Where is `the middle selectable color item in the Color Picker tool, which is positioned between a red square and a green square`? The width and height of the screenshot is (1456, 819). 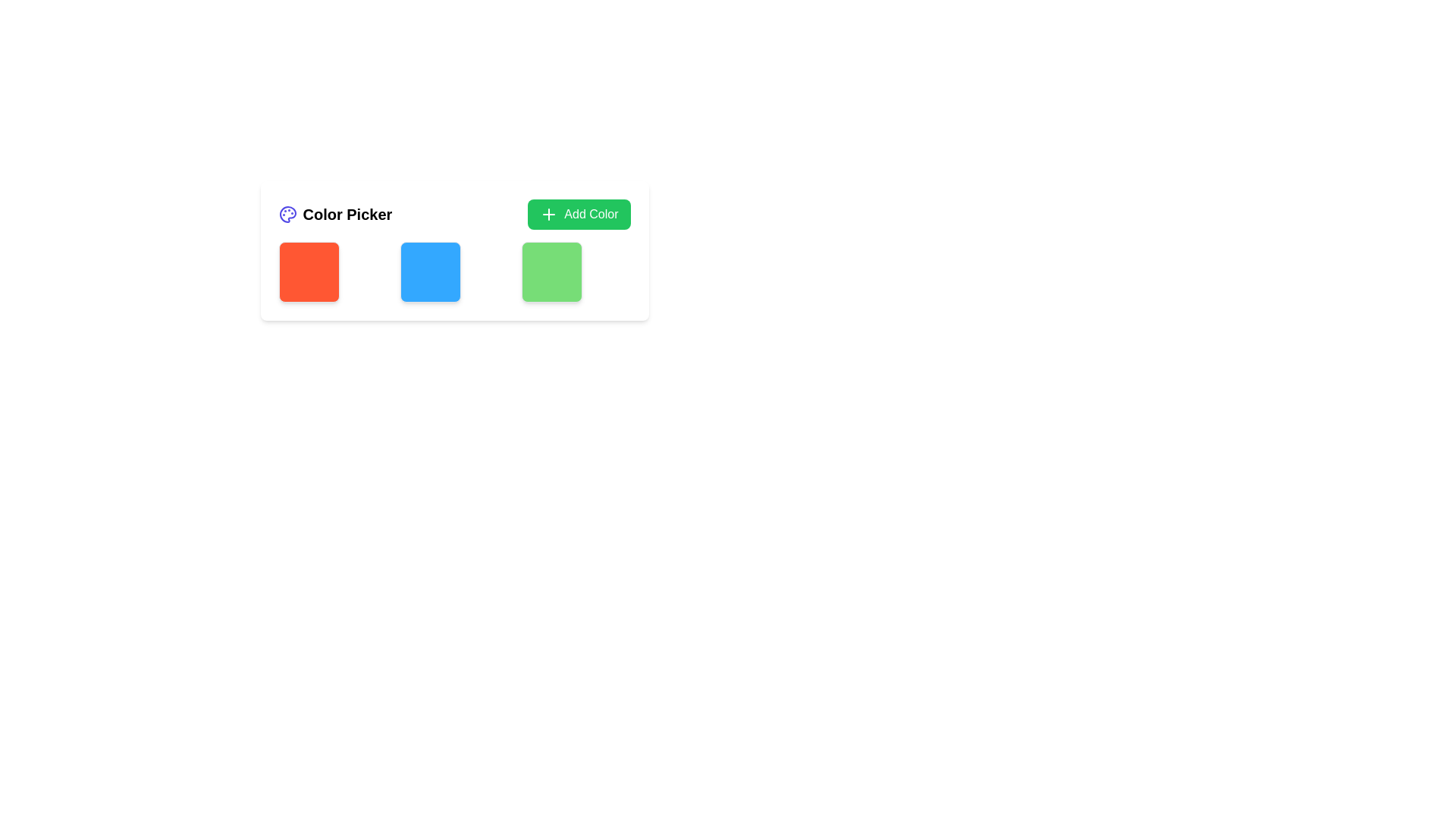
the middle selectable color item in the Color Picker tool, which is positioned between a red square and a green square is located at coordinates (429, 271).